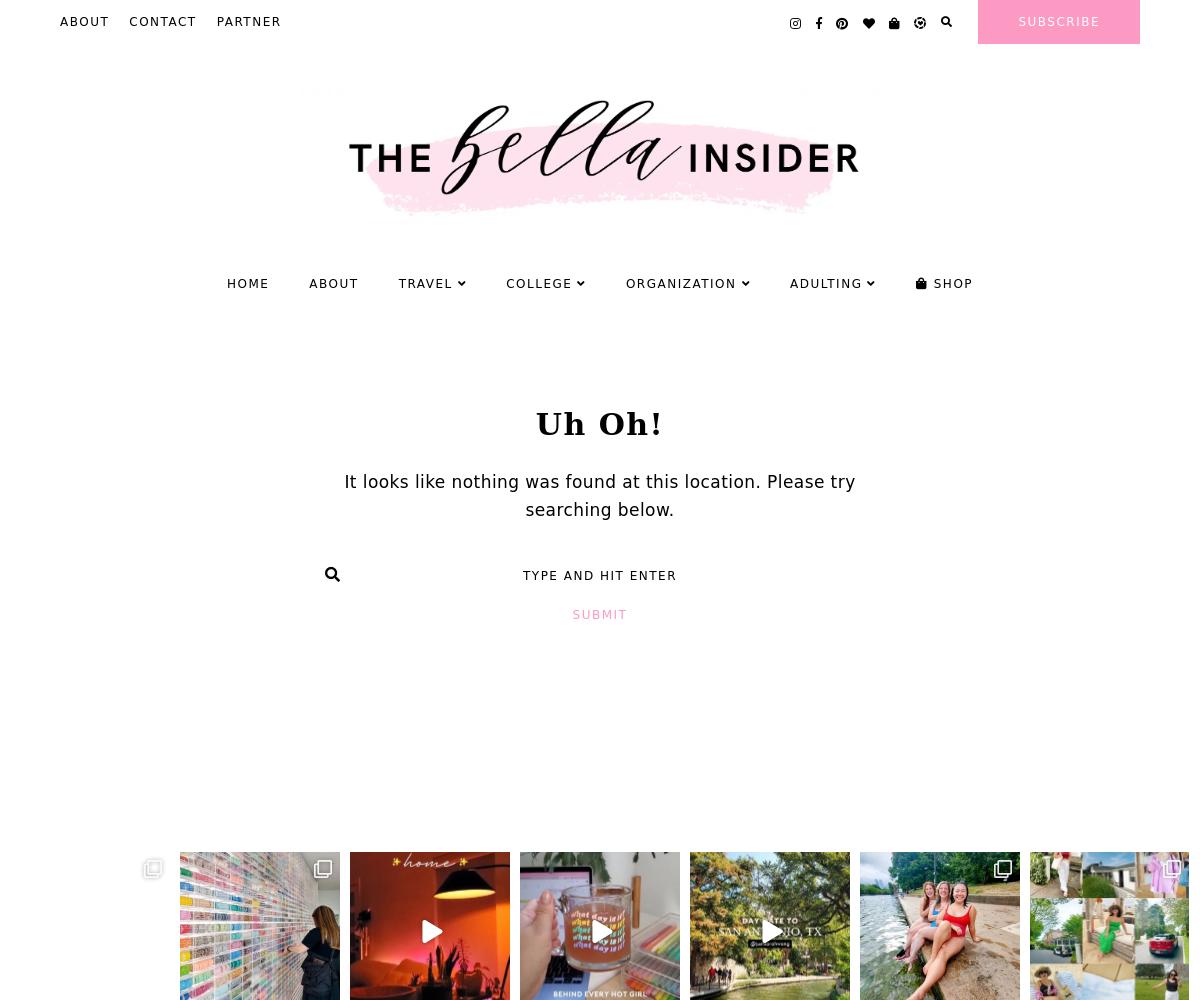 This screenshot has height=1000, width=1200. Describe the element at coordinates (533, 423) in the screenshot. I see `'Uh Oh!'` at that location.